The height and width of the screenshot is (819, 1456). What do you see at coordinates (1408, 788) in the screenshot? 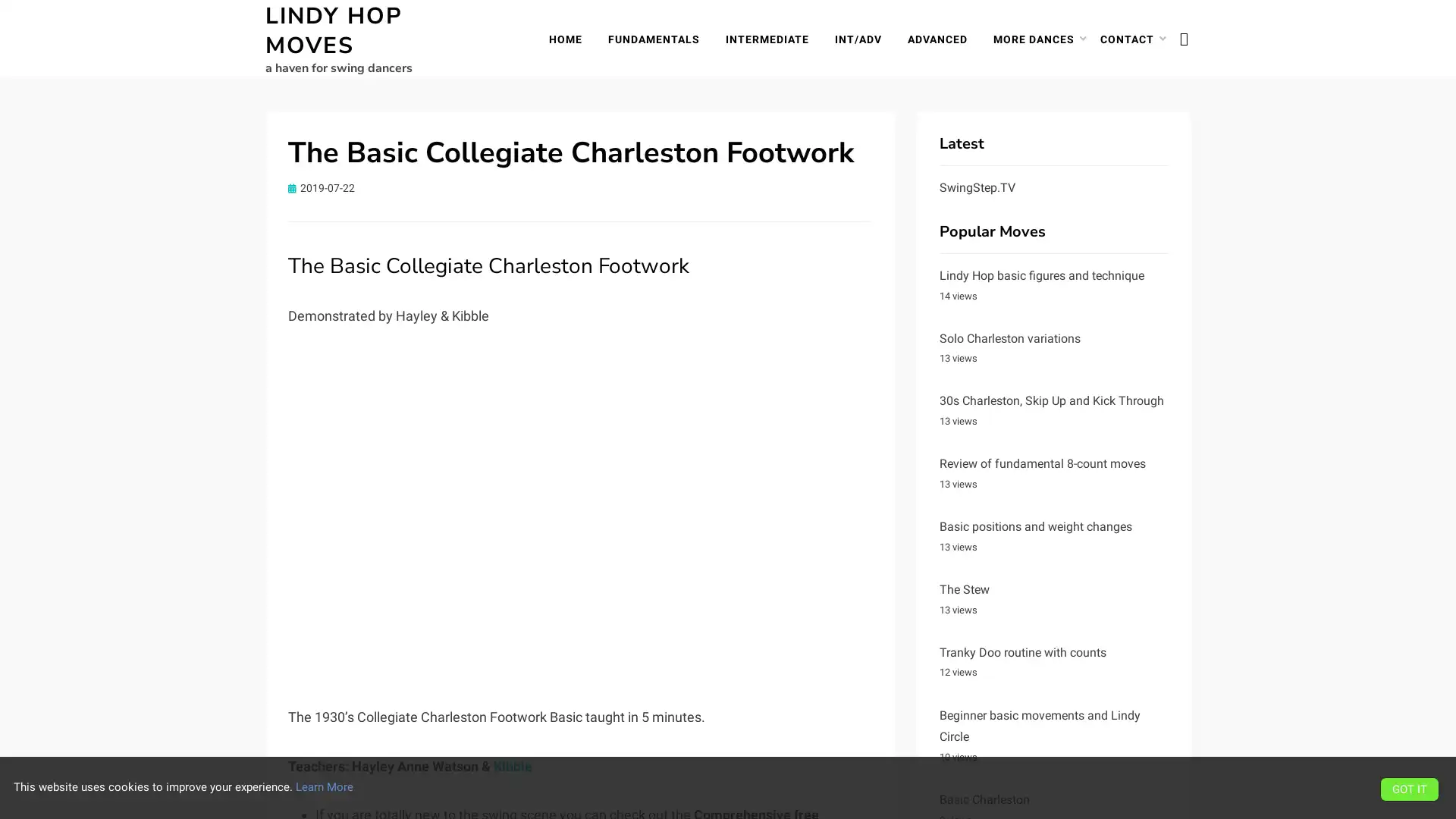
I see `GOT IT` at bounding box center [1408, 788].